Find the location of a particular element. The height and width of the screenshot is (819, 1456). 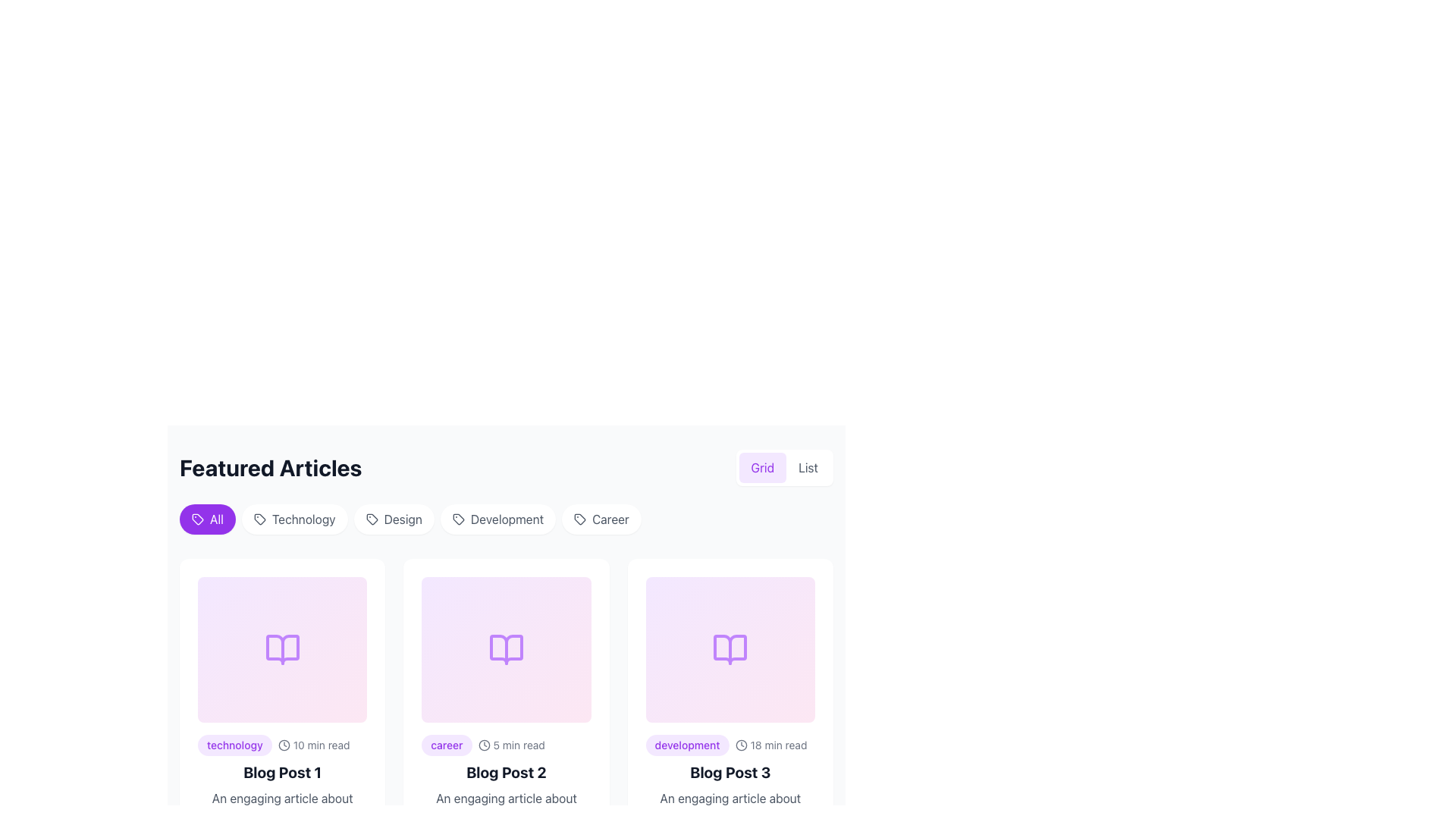

the gradient-filled rectangle with rounded corners containing a purple open book icon, located at the center of 'Blog Post 3' in the grid layout is located at coordinates (730, 648).